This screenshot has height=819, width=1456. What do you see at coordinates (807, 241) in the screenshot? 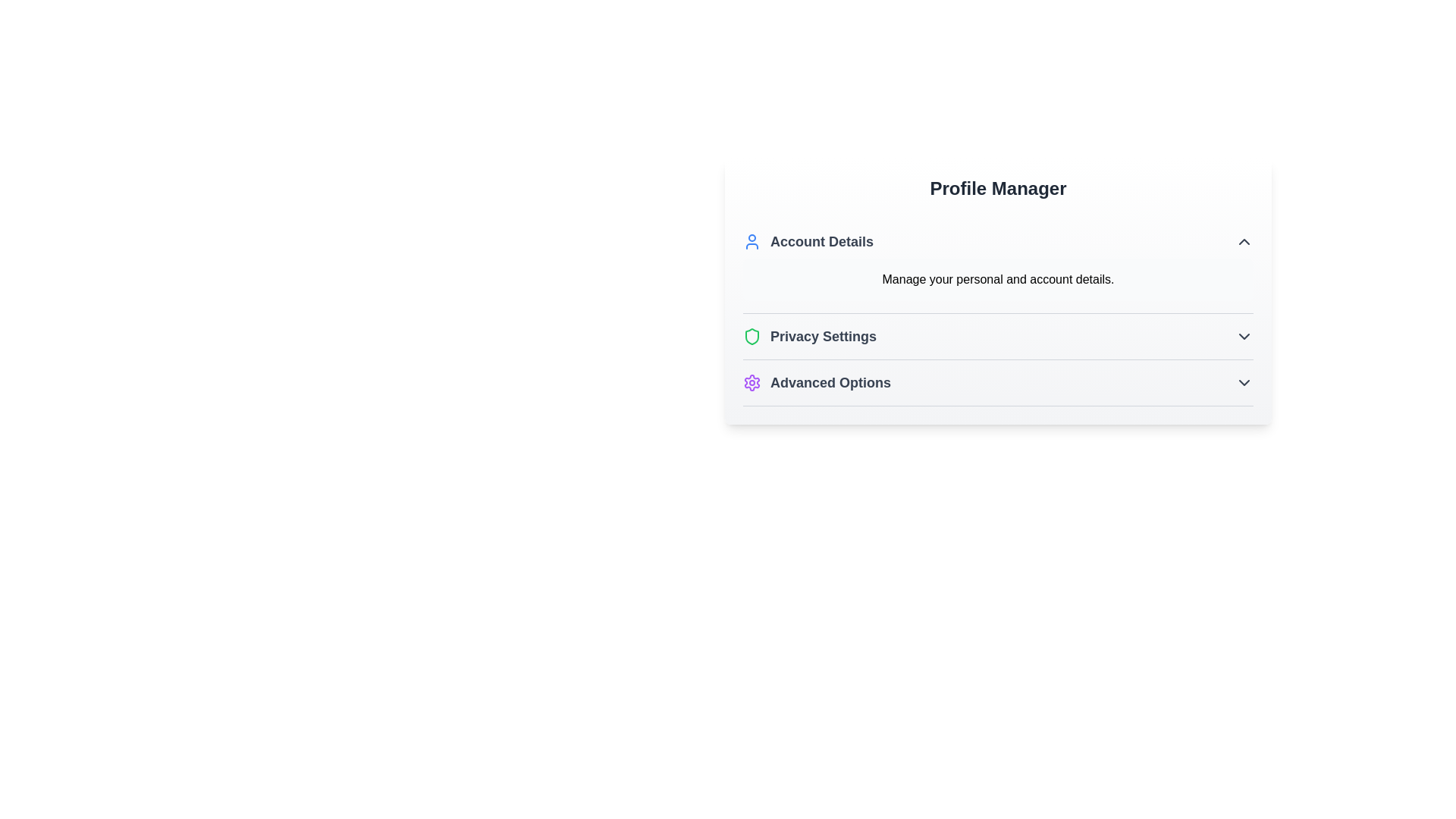
I see `the 'Account Details' label with a blue user icon located in the 'Profile Manager' section` at bounding box center [807, 241].